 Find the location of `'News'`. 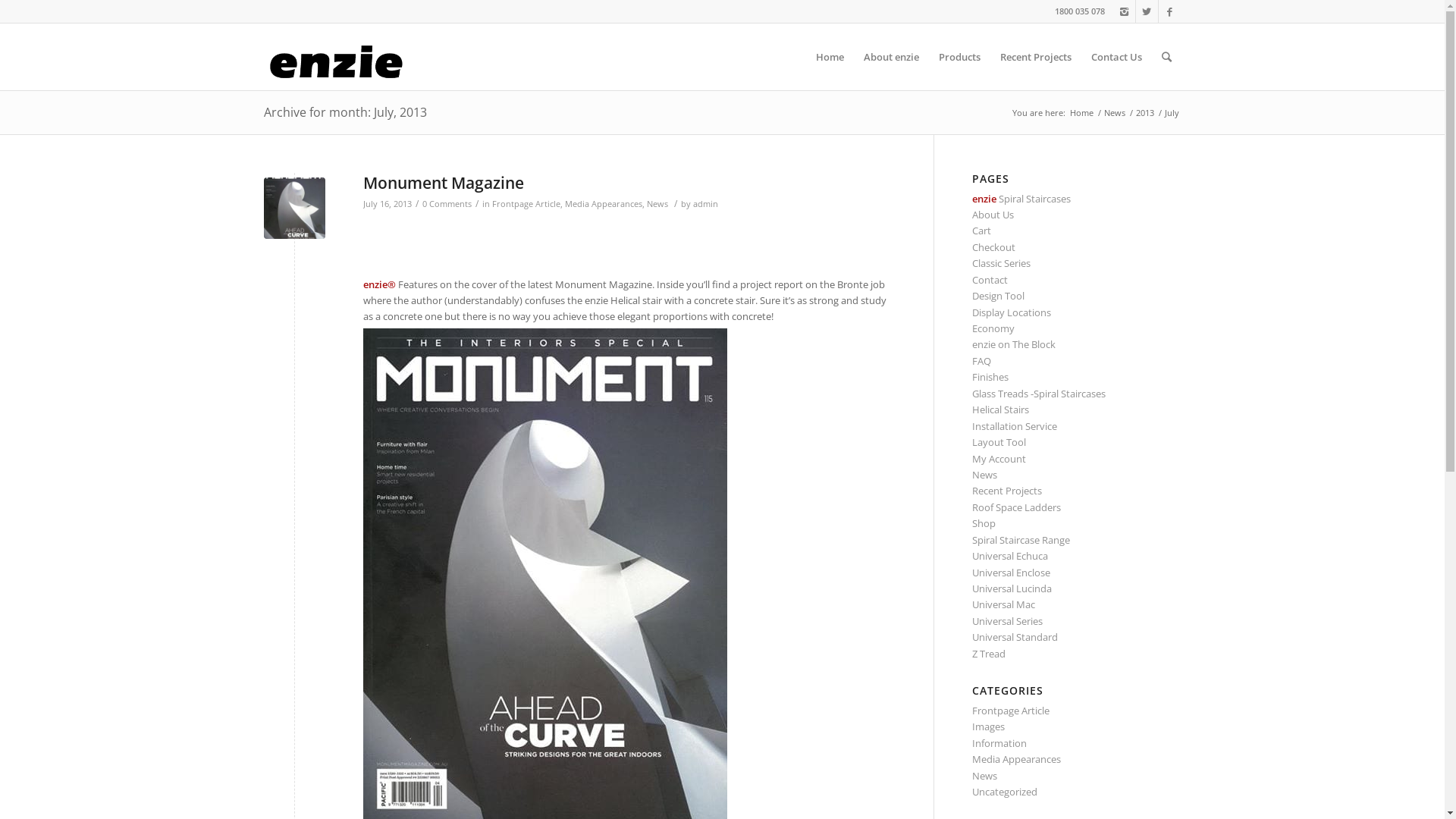

'News' is located at coordinates (984, 473).